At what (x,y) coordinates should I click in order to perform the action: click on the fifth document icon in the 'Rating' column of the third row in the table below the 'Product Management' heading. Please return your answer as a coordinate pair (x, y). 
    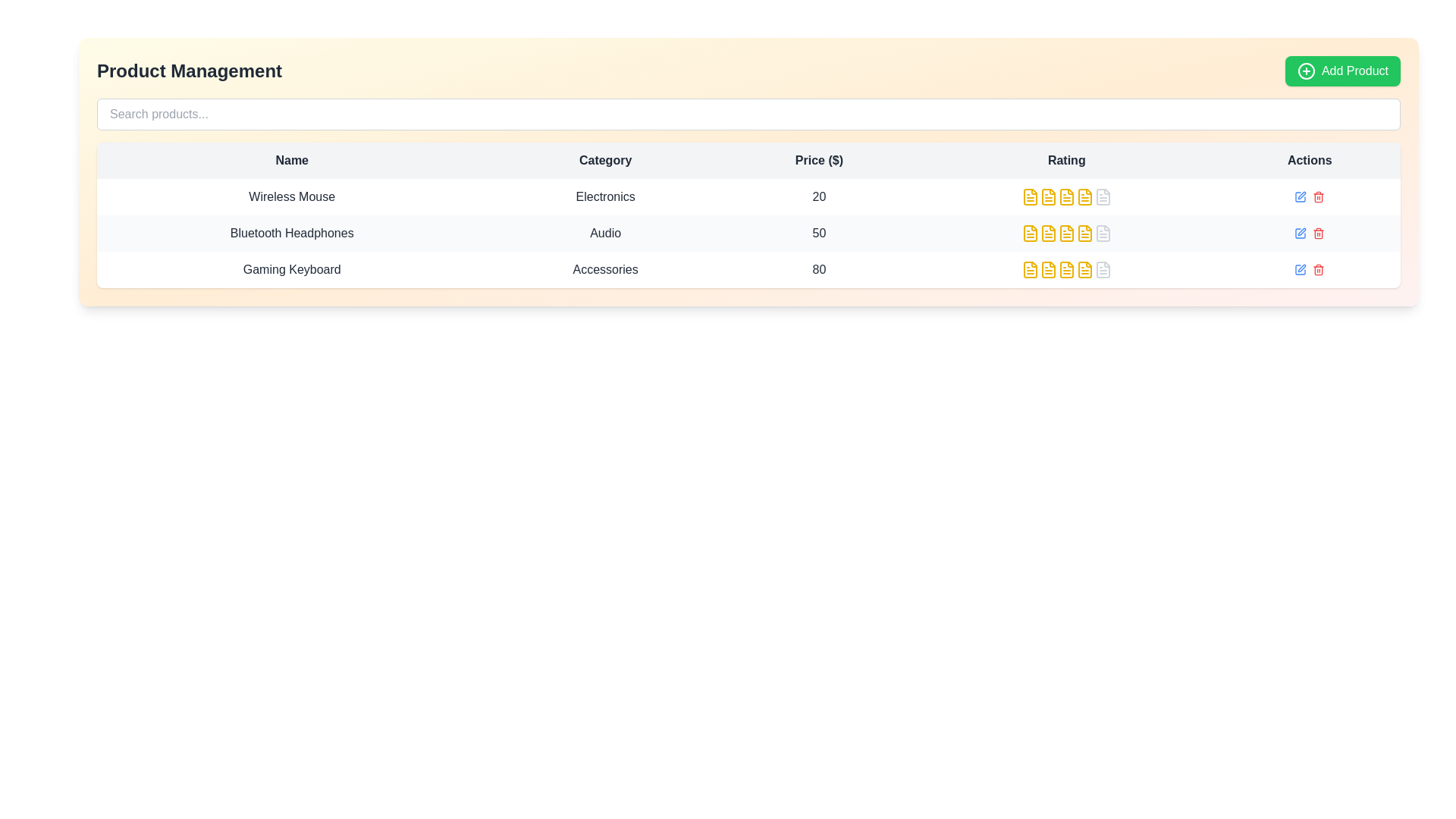
    Looking at the image, I should click on (1084, 268).